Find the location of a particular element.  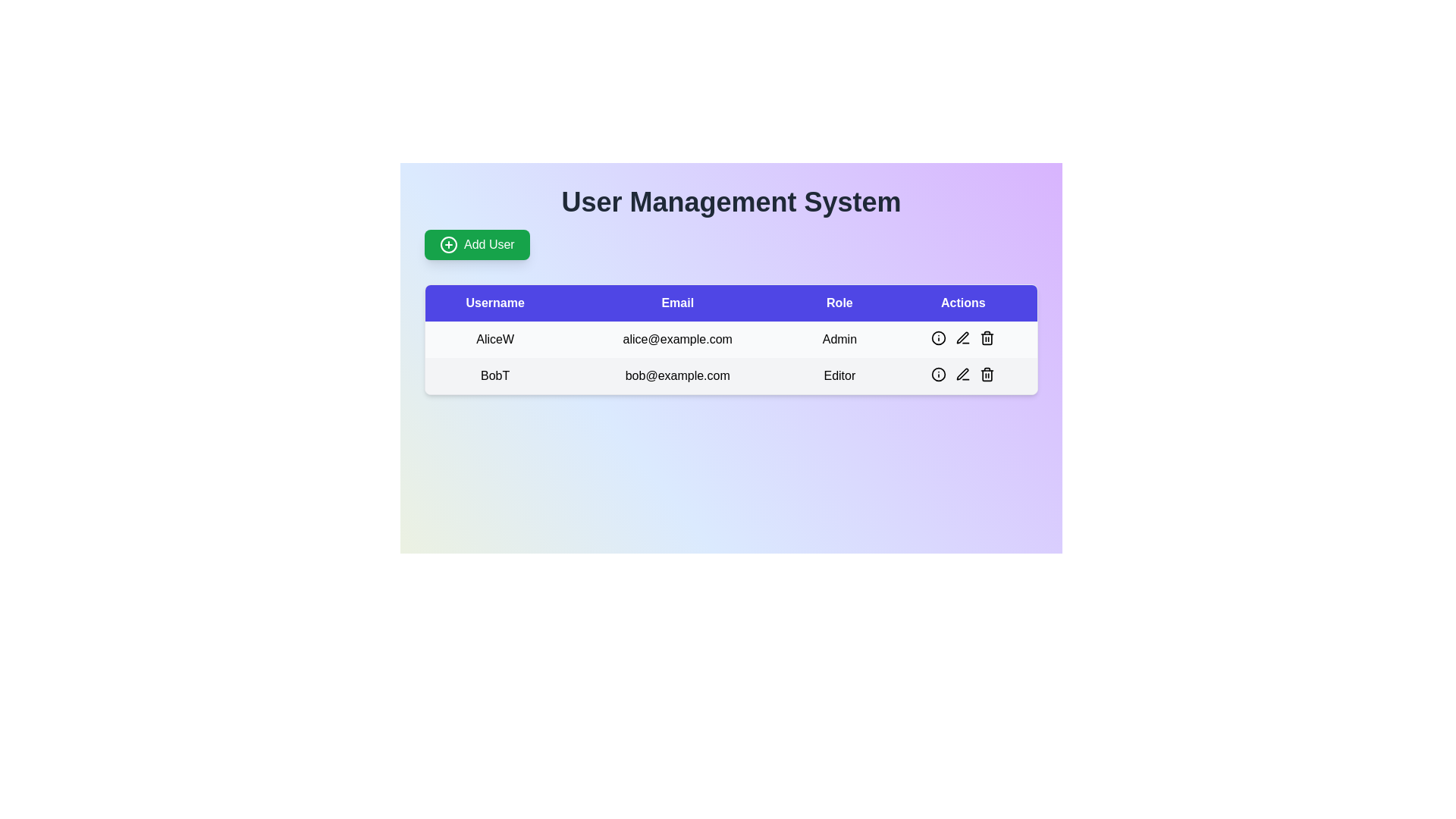

the trash can icon button in the Actions column of the user management table is located at coordinates (987, 374).